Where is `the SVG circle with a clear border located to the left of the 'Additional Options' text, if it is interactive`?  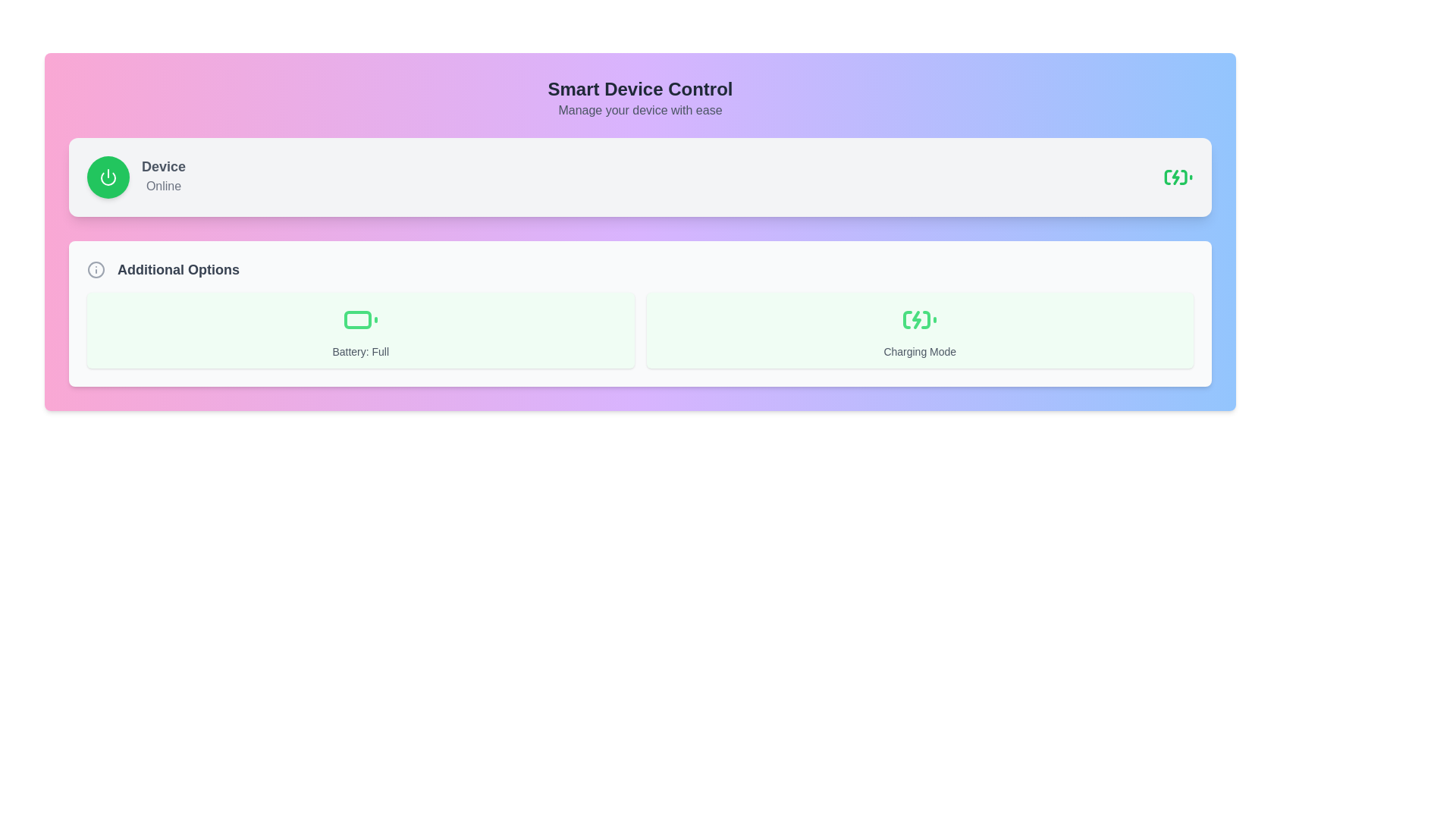 the SVG circle with a clear border located to the left of the 'Additional Options' text, if it is interactive is located at coordinates (95, 268).